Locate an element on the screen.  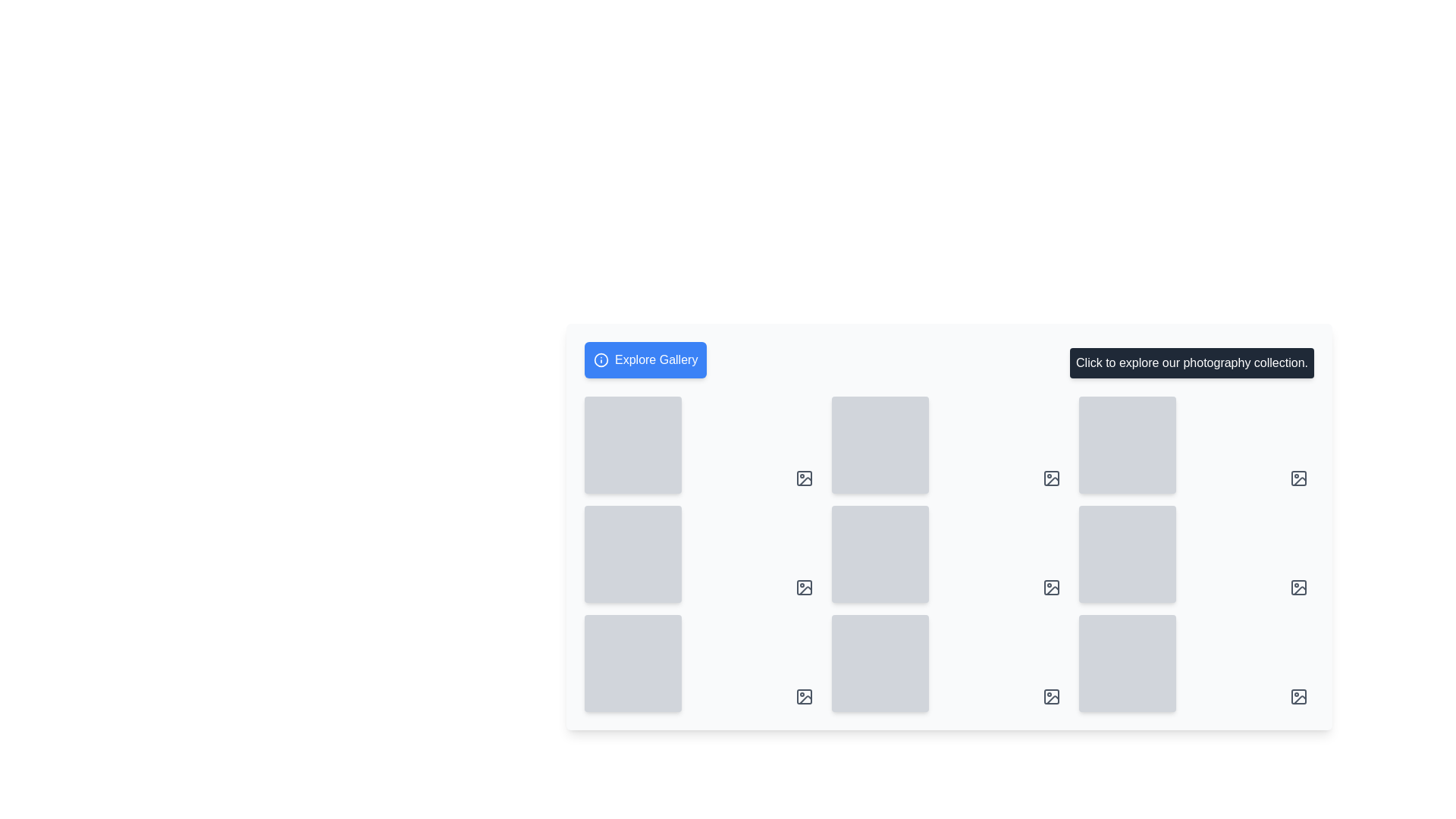
the small gray image placeholder icon located at the bottom-right corner of a grid cell is located at coordinates (1051, 587).